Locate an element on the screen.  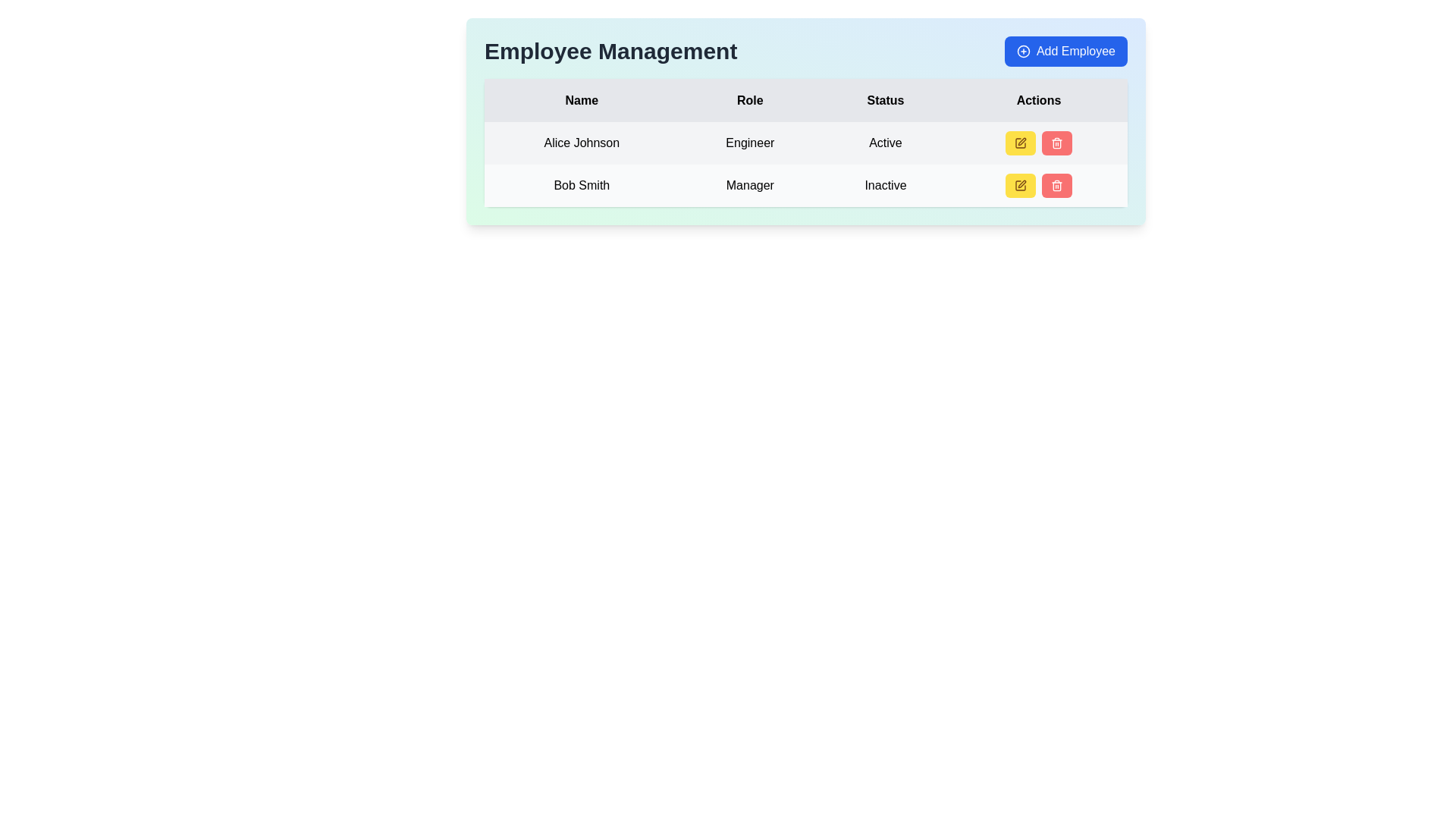
the Trash Can icon located in the rightmost action column of the second row under the 'Employee Management' header is located at coordinates (1056, 144).